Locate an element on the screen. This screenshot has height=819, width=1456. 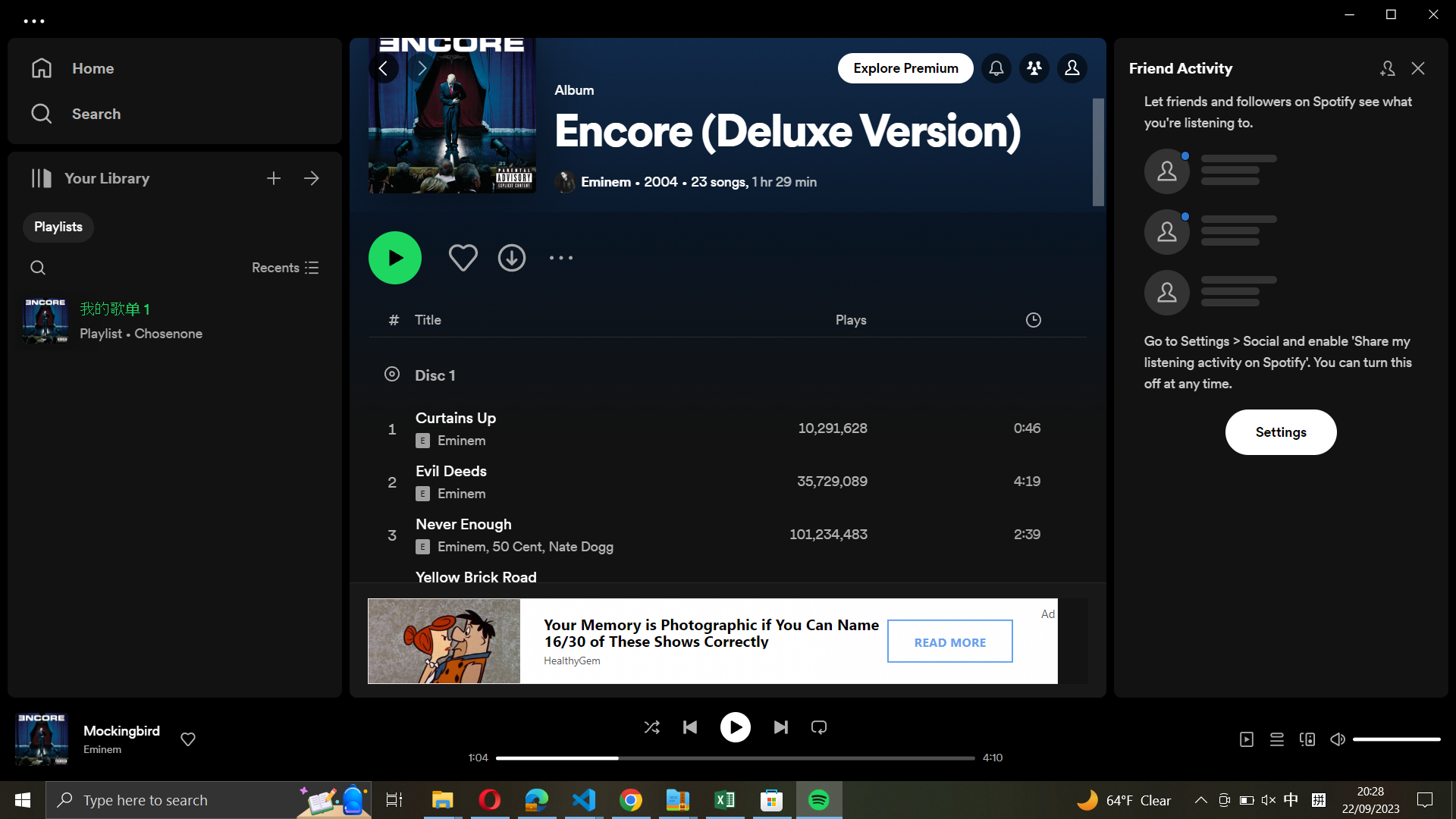
Expand additional settings in the playlist is located at coordinates (560, 256).